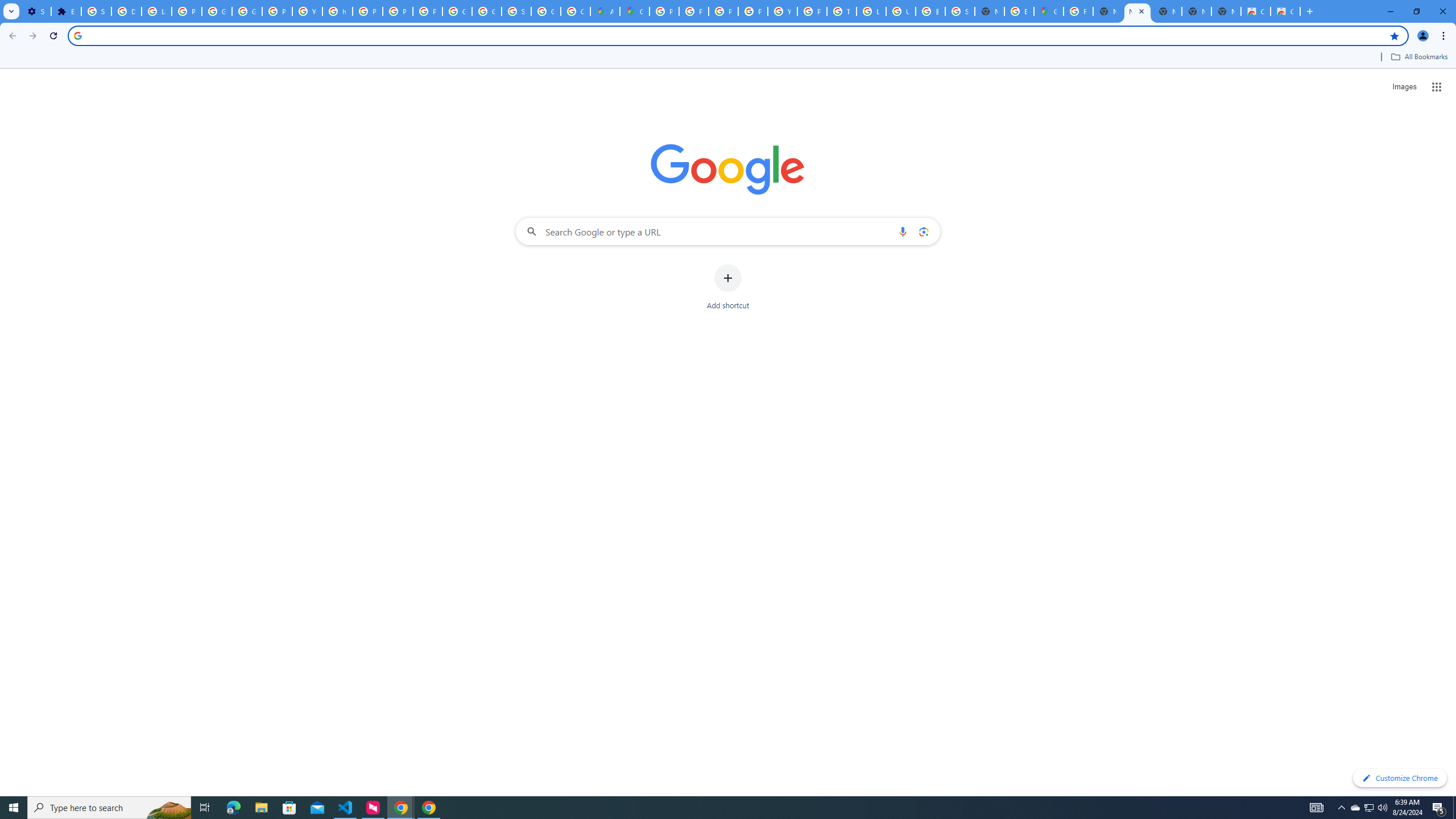 This screenshot has height=819, width=1456. What do you see at coordinates (1226, 11) in the screenshot?
I see `'New Tab'` at bounding box center [1226, 11].